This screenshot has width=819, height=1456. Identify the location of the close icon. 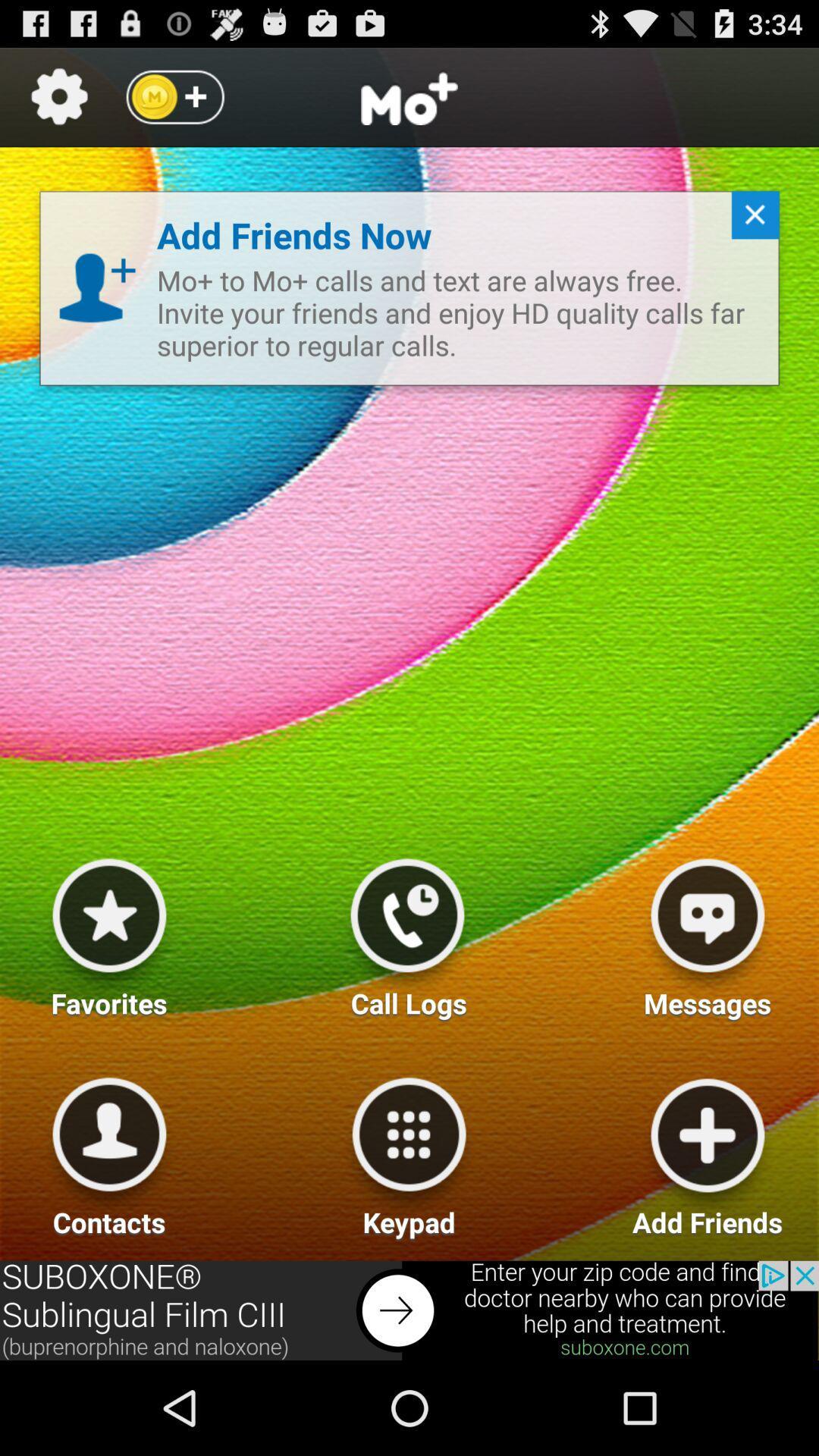
(748, 237).